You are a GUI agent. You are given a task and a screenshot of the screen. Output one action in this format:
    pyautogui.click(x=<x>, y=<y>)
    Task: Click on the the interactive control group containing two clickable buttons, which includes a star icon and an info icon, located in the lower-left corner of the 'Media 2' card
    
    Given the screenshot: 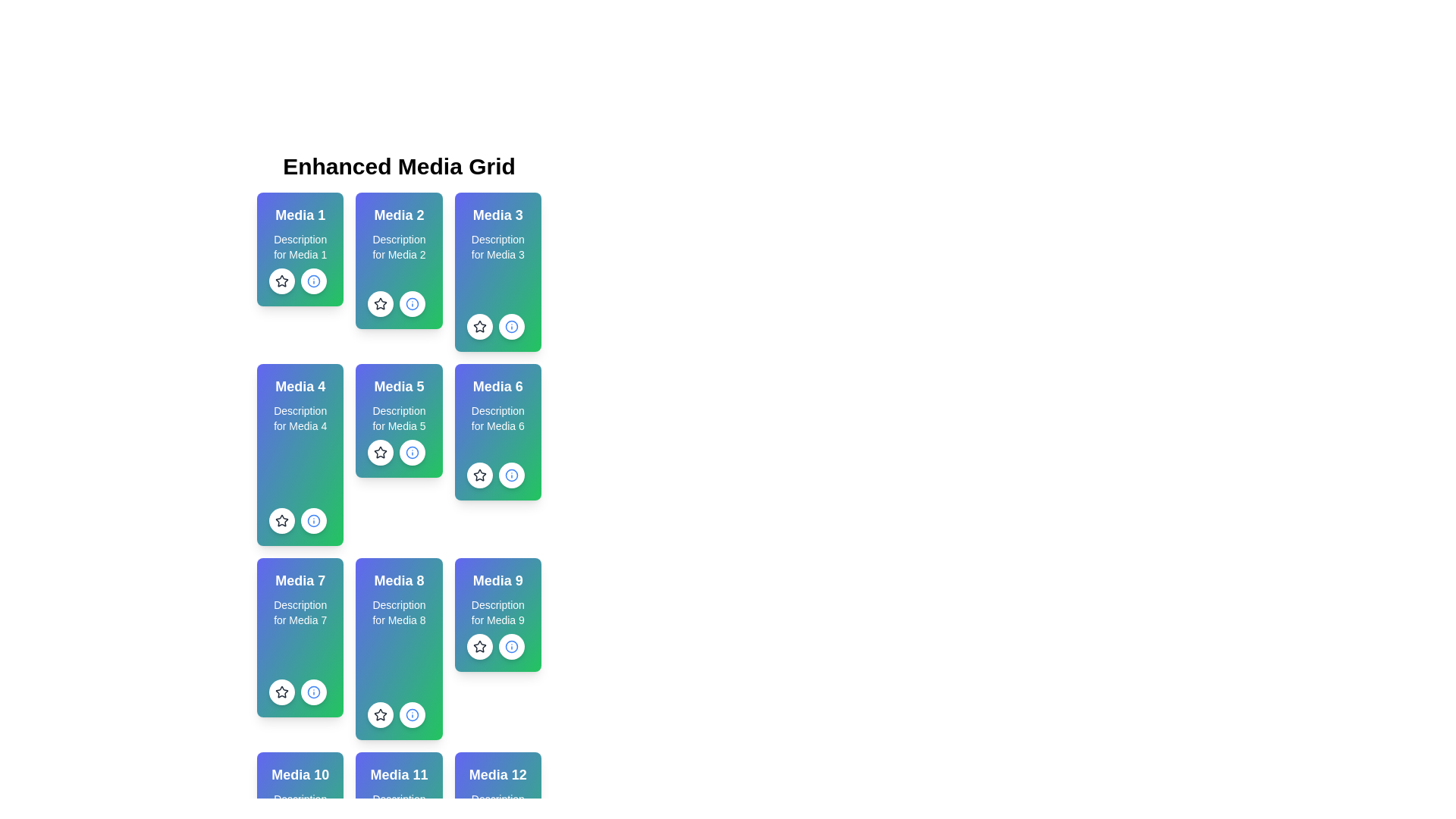 What is the action you would take?
    pyautogui.click(x=397, y=304)
    